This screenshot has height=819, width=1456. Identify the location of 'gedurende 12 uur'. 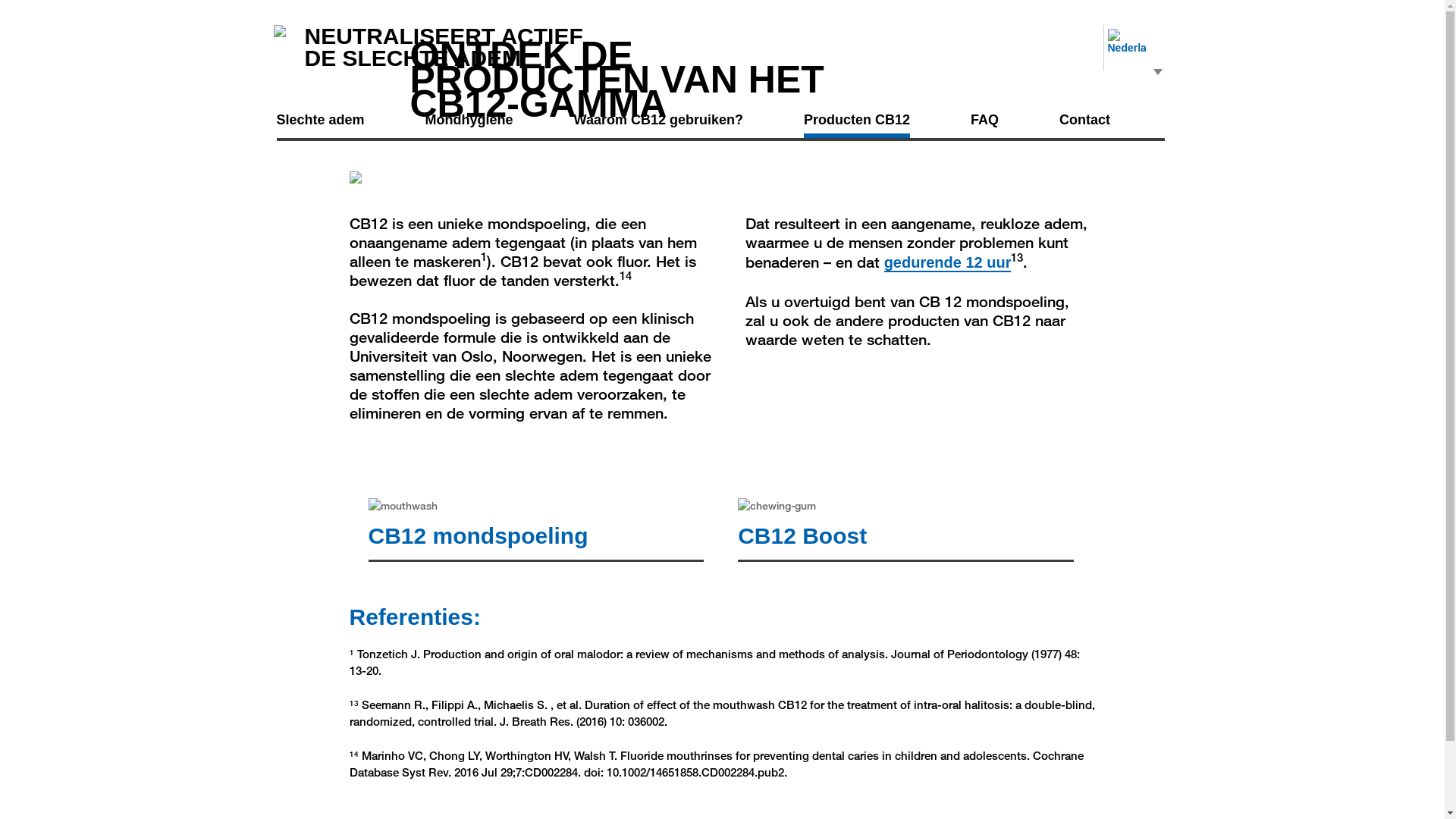
(946, 262).